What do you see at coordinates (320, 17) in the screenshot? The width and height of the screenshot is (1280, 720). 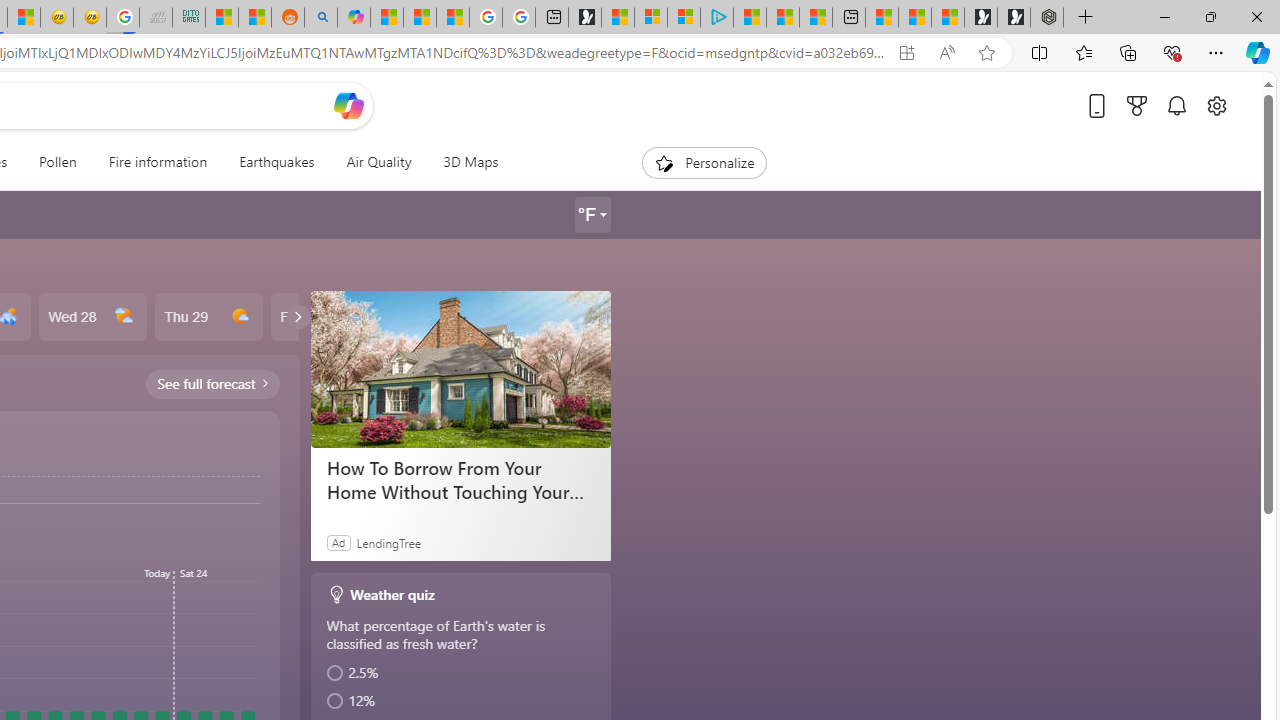 I see `'Utah sues federal government - Search'` at bounding box center [320, 17].